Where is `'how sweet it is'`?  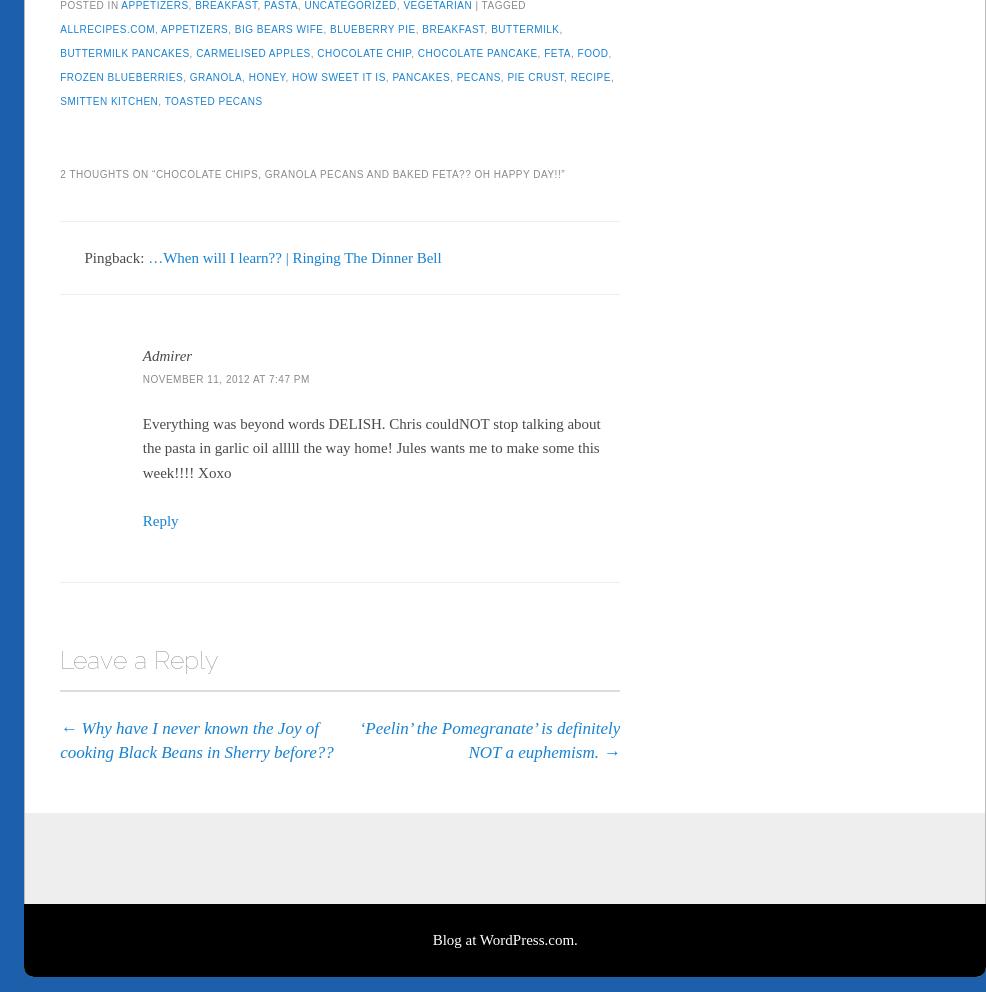
'how sweet it is' is located at coordinates (337, 72).